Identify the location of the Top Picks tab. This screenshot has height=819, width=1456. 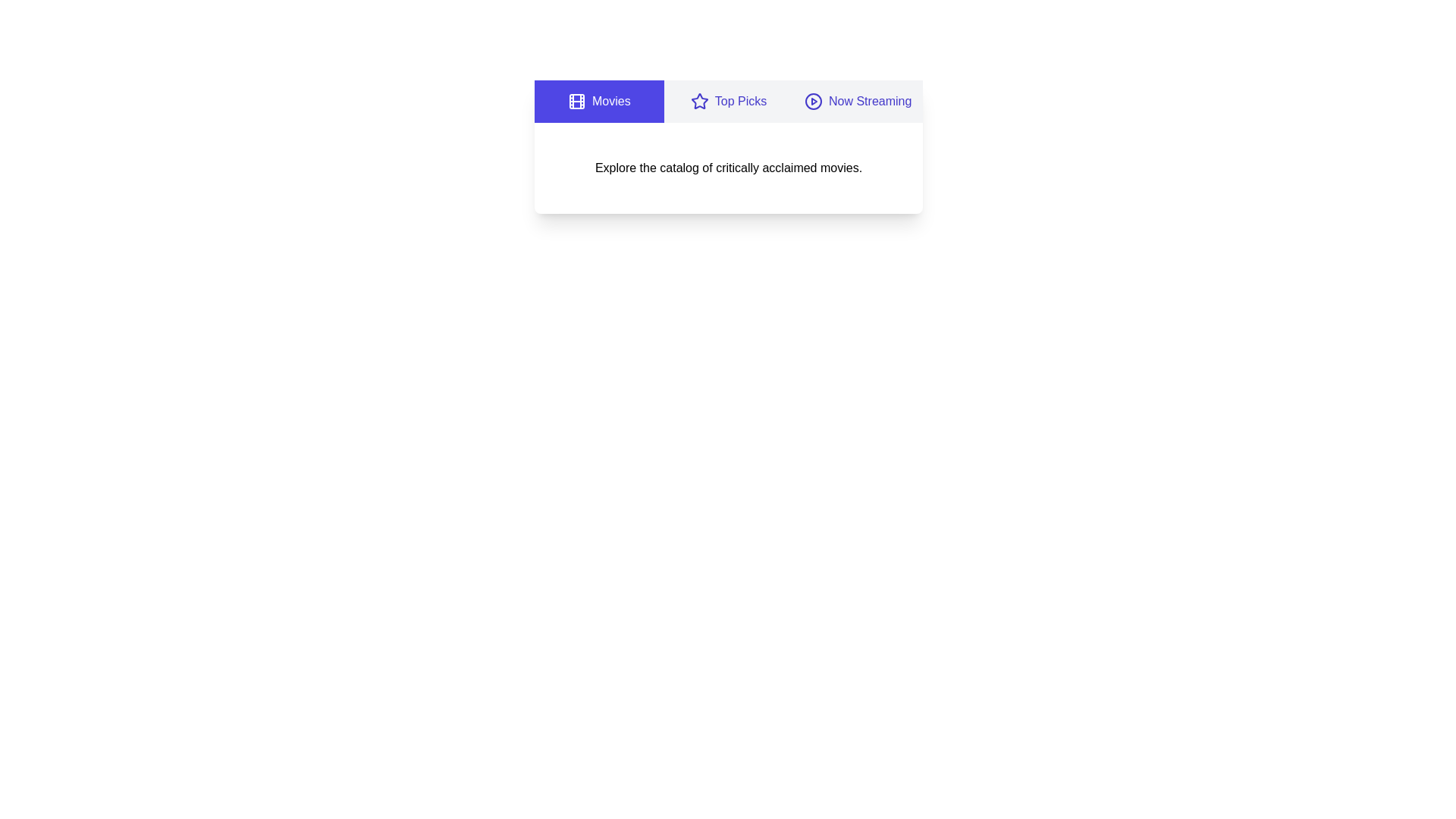
(728, 102).